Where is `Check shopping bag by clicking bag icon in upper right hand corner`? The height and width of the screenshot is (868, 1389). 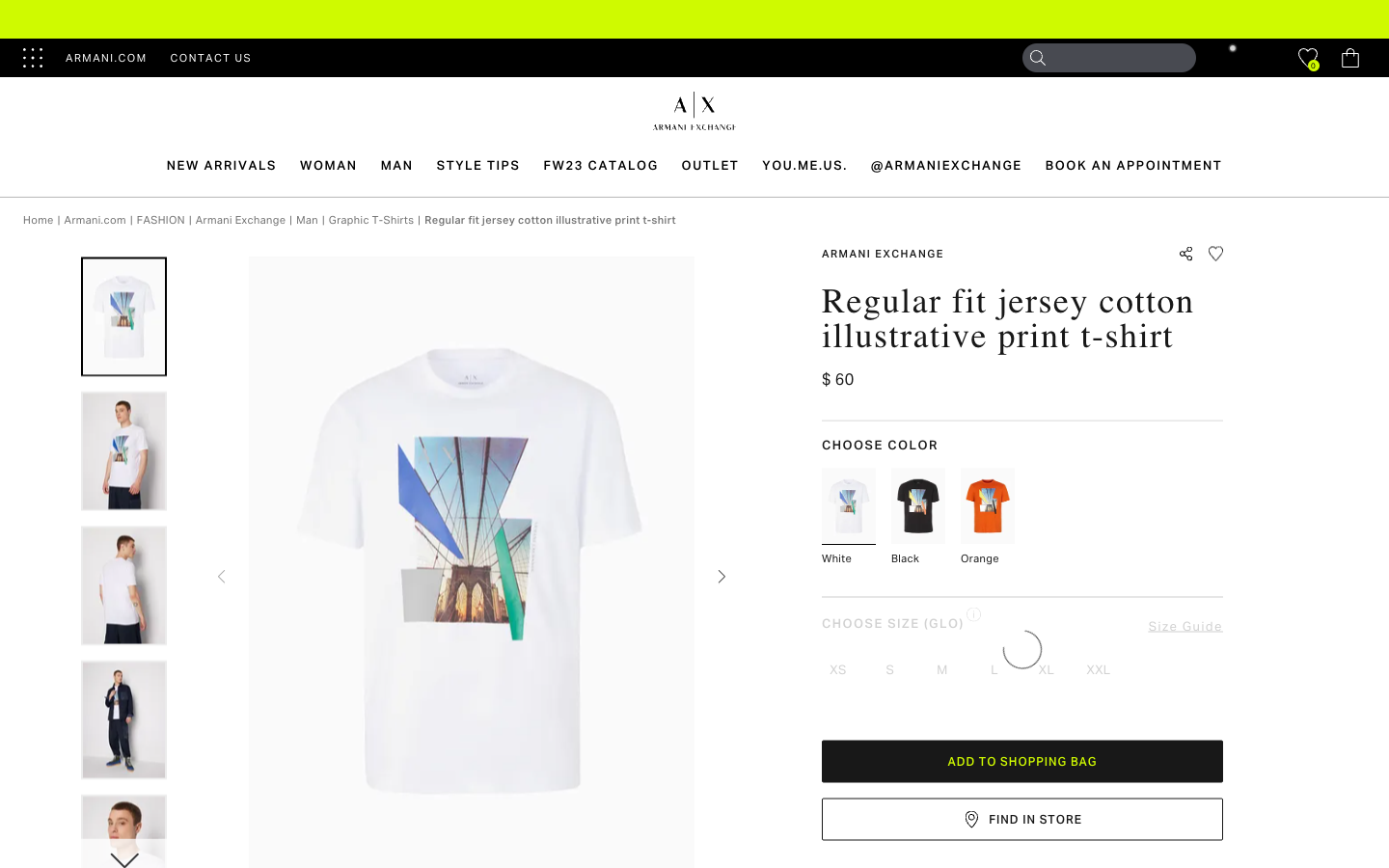
Check shopping bag by clicking bag icon in upper right hand corner is located at coordinates (1349, 57).